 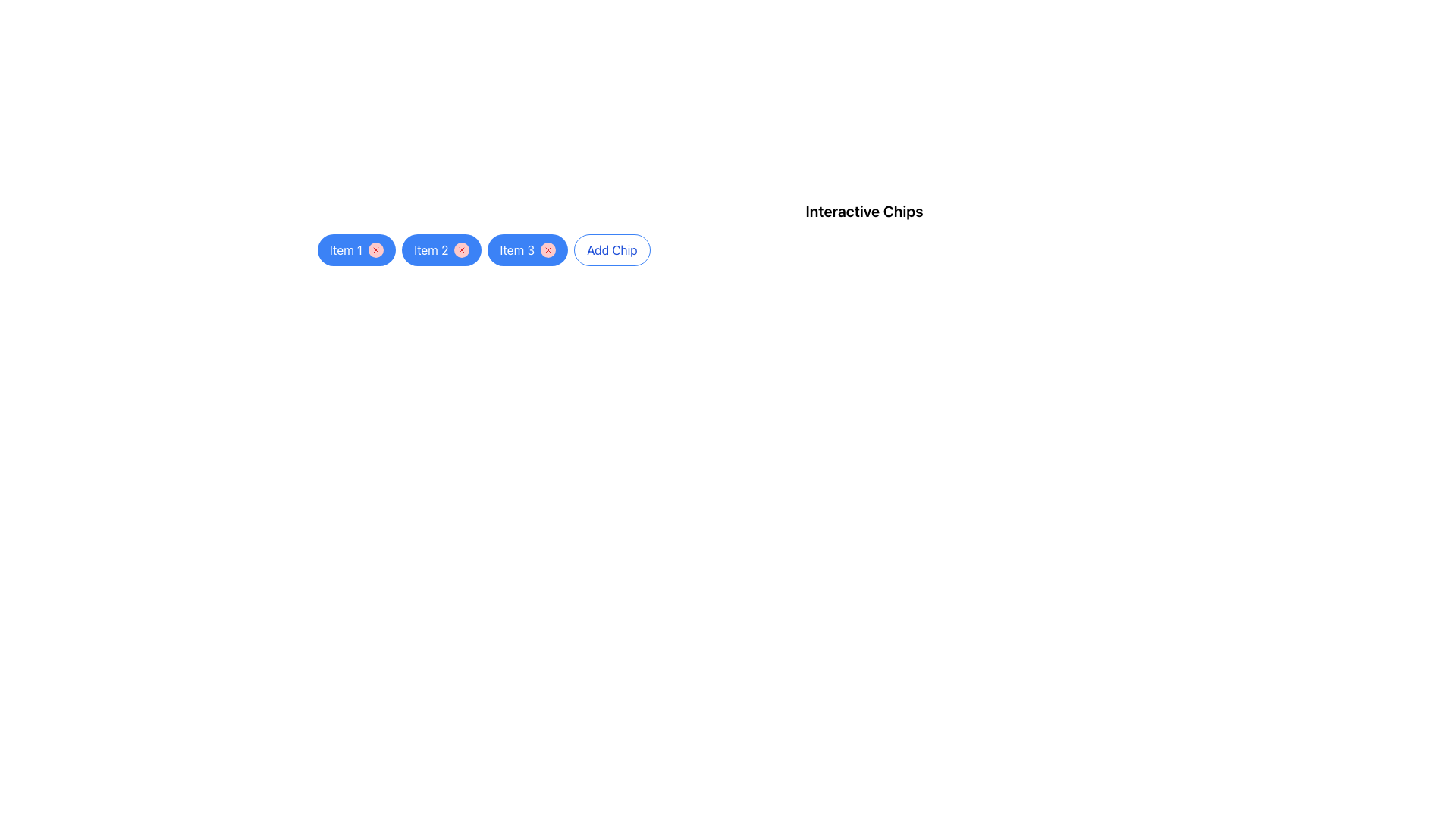 What do you see at coordinates (612, 249) in the screenshot?
I see `the 'Add Chip' button, which is a rounded rectangular button with bold blue text and a blue border, located at the bottom-right corner of the button group` at bounding box center [612, 249].